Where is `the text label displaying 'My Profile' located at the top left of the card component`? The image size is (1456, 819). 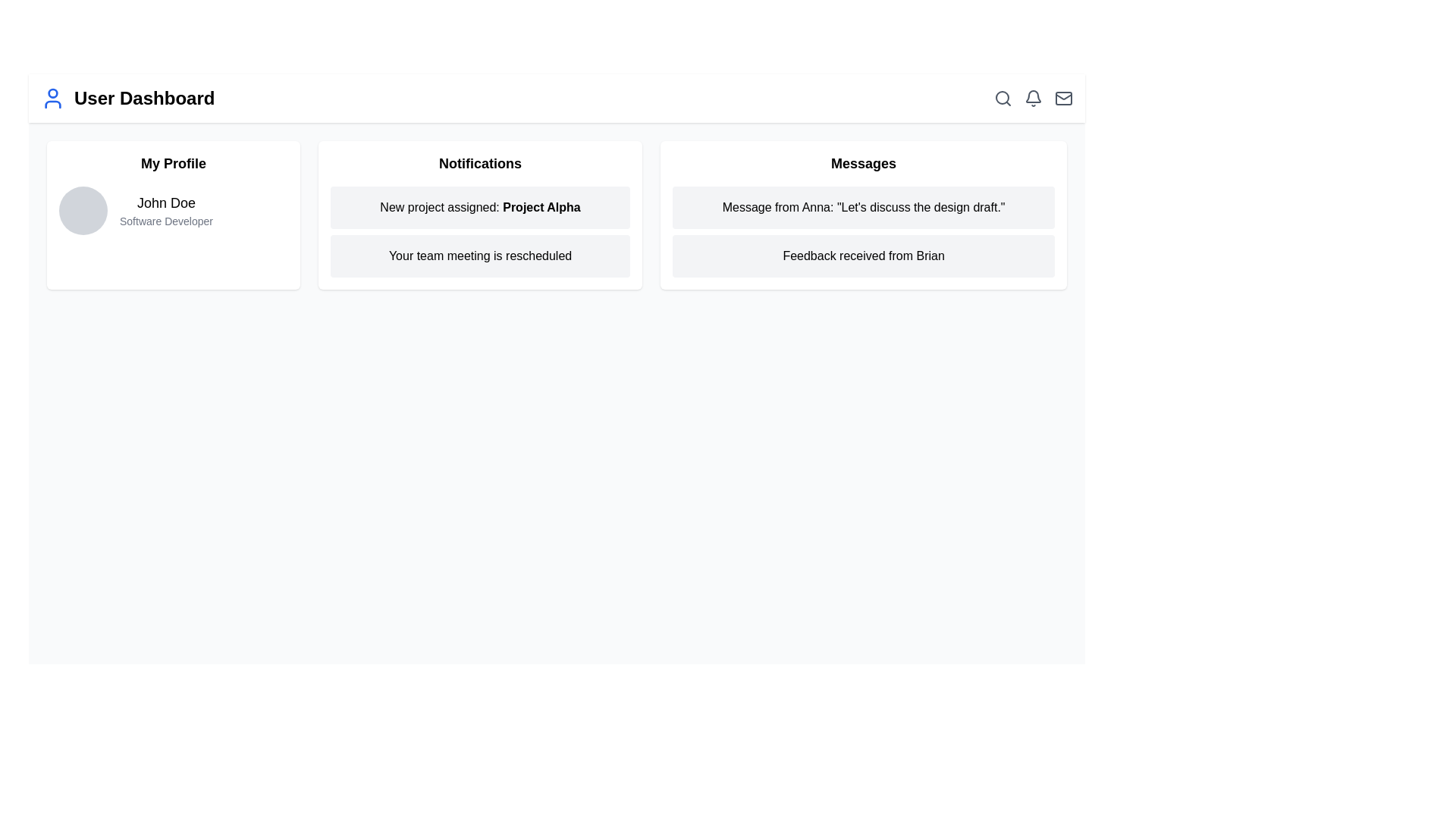
the text label displaying 'My Profile' located at the top left of the card component is located at coordinates (173, 164).